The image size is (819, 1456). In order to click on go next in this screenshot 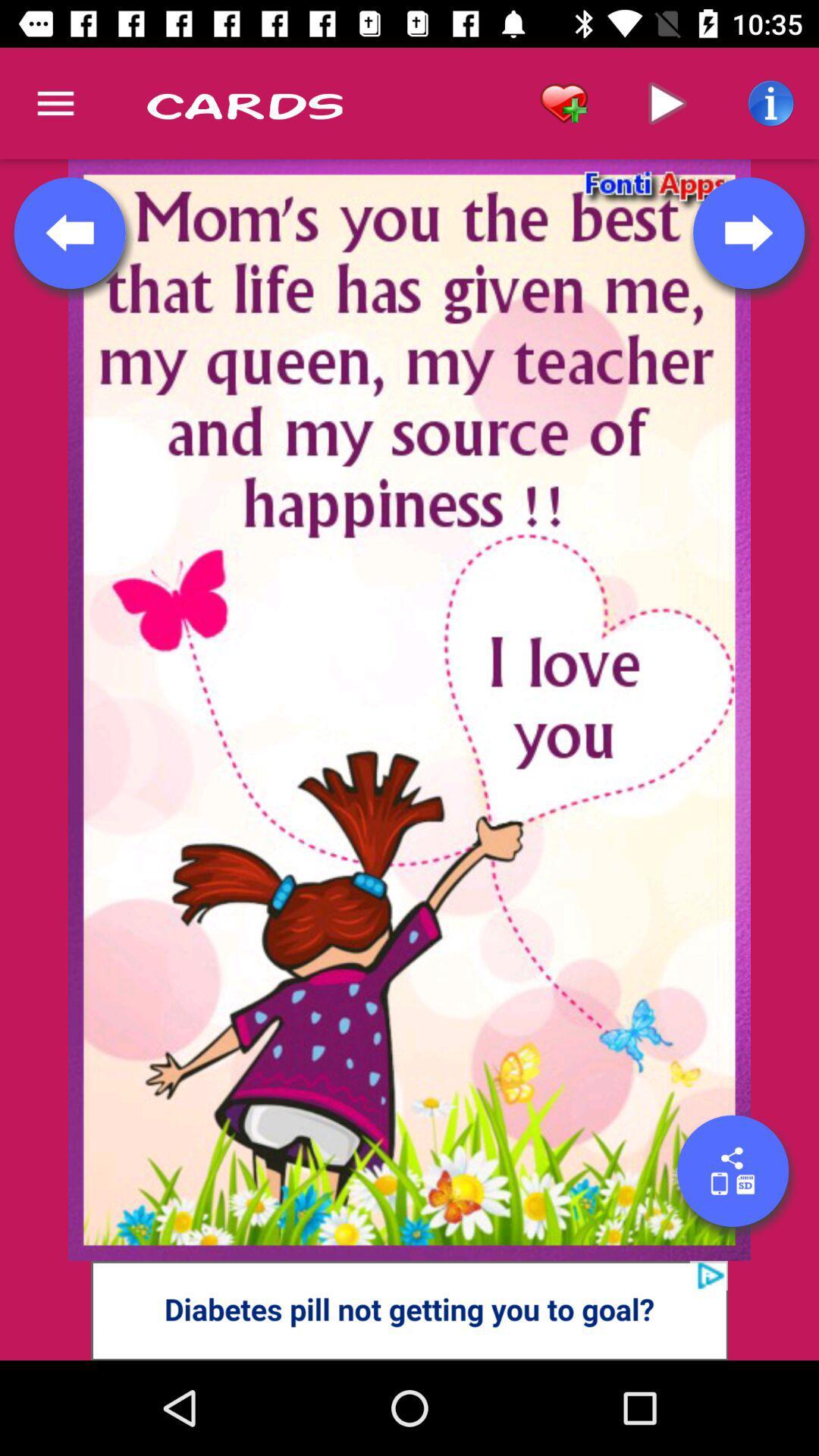, I will do `click(748, 232)`.